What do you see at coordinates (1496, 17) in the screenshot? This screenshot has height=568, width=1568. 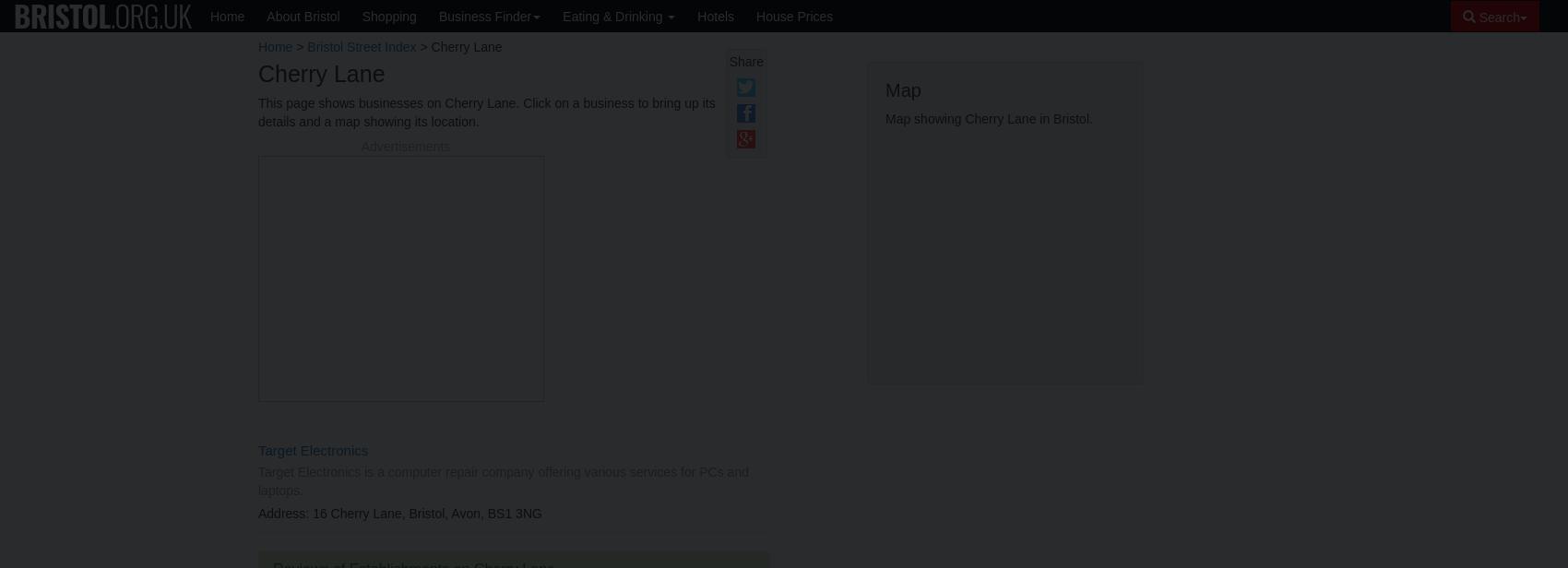 I see `'Search'` at bounding box center [1496, 17].